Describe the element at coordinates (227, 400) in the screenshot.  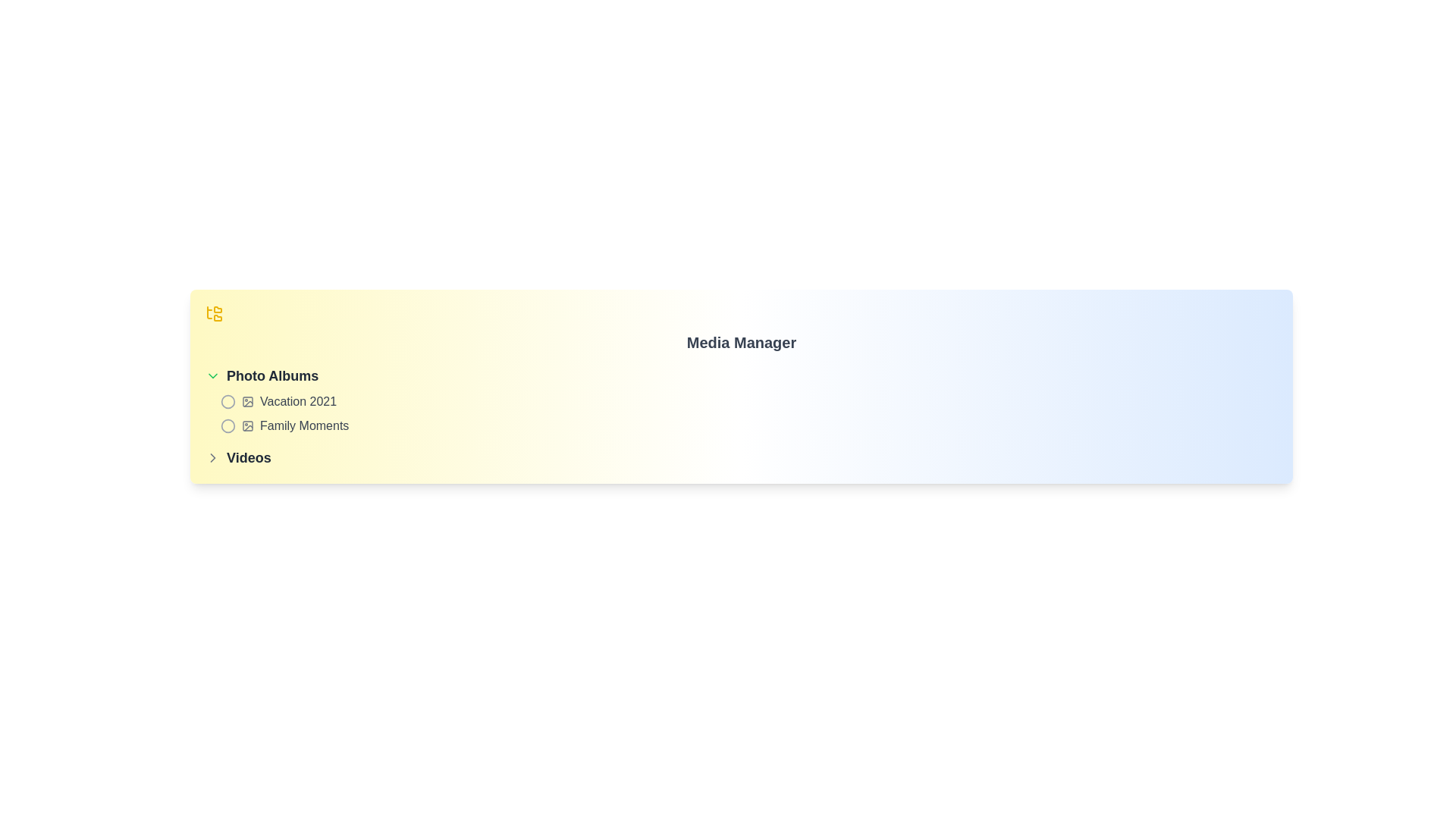
I see `the circle icon with a gray border located to the left of the 'Vacation 2021' label in the 'Photo Albums' section` at that location.